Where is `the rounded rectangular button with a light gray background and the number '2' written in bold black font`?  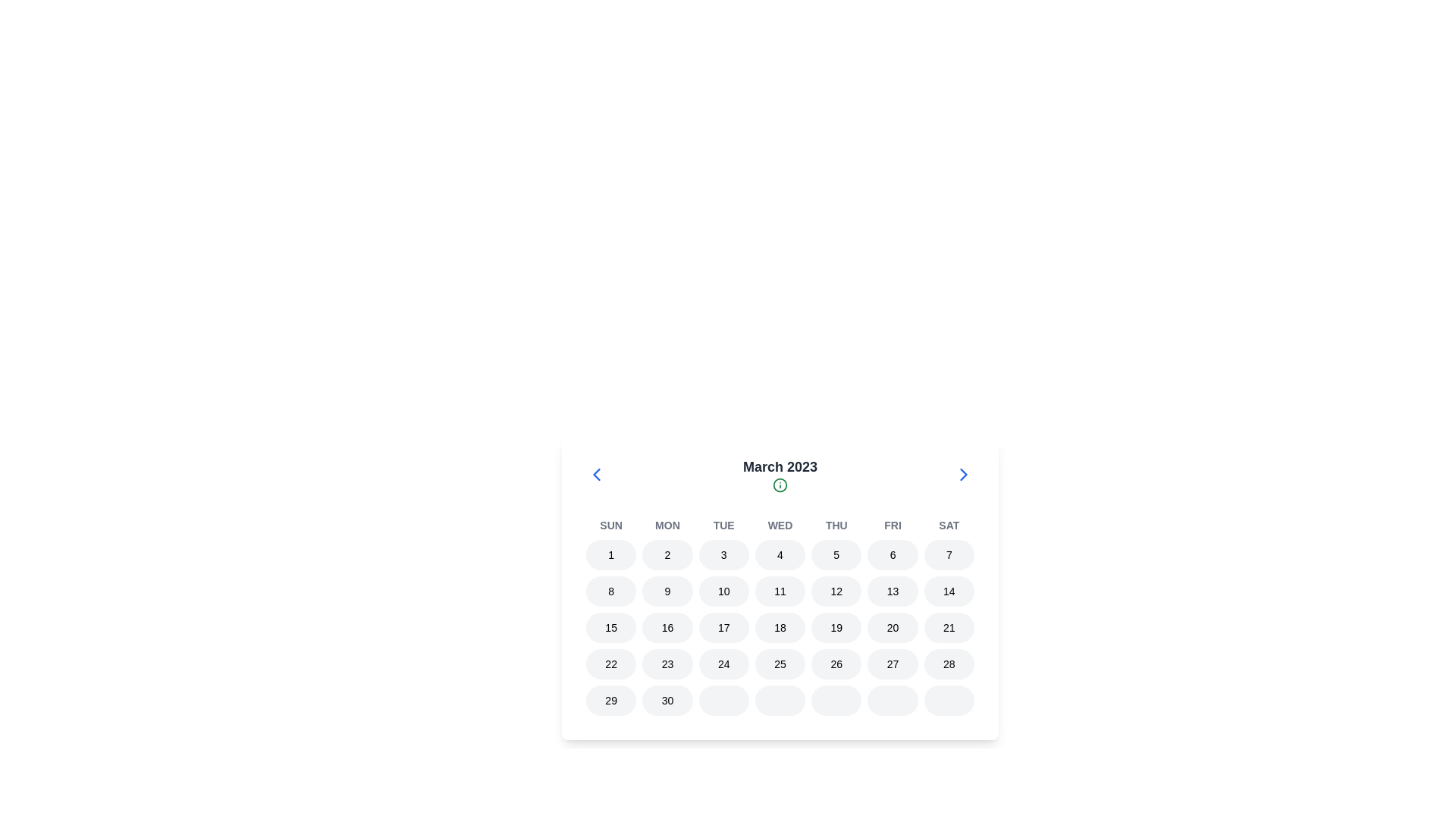
the rounded rectangular button with a light gray background and the number '2' written in bold black font is located at coordinates (667, 555).